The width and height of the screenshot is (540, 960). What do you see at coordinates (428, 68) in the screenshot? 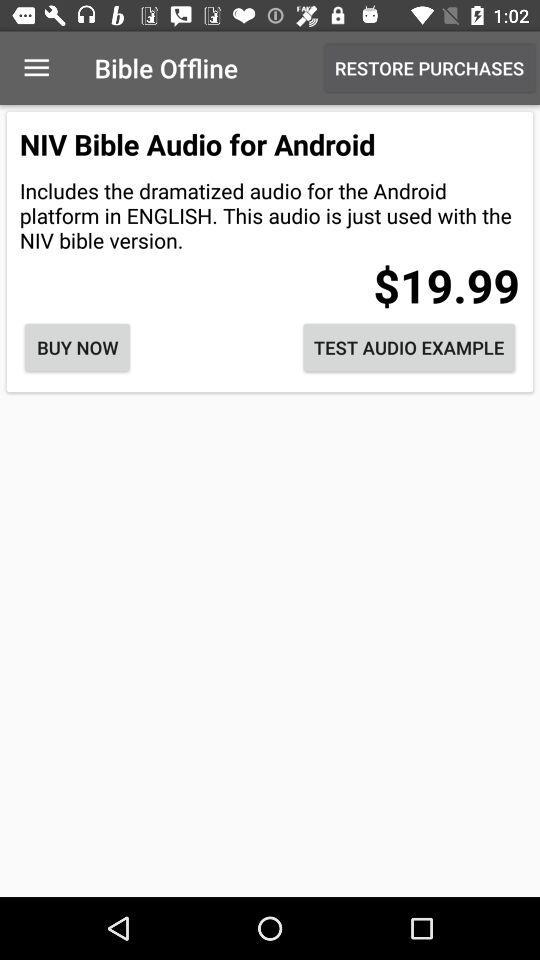
I see `icon to the right of bible offline icon` at bounding box center [428, 68].